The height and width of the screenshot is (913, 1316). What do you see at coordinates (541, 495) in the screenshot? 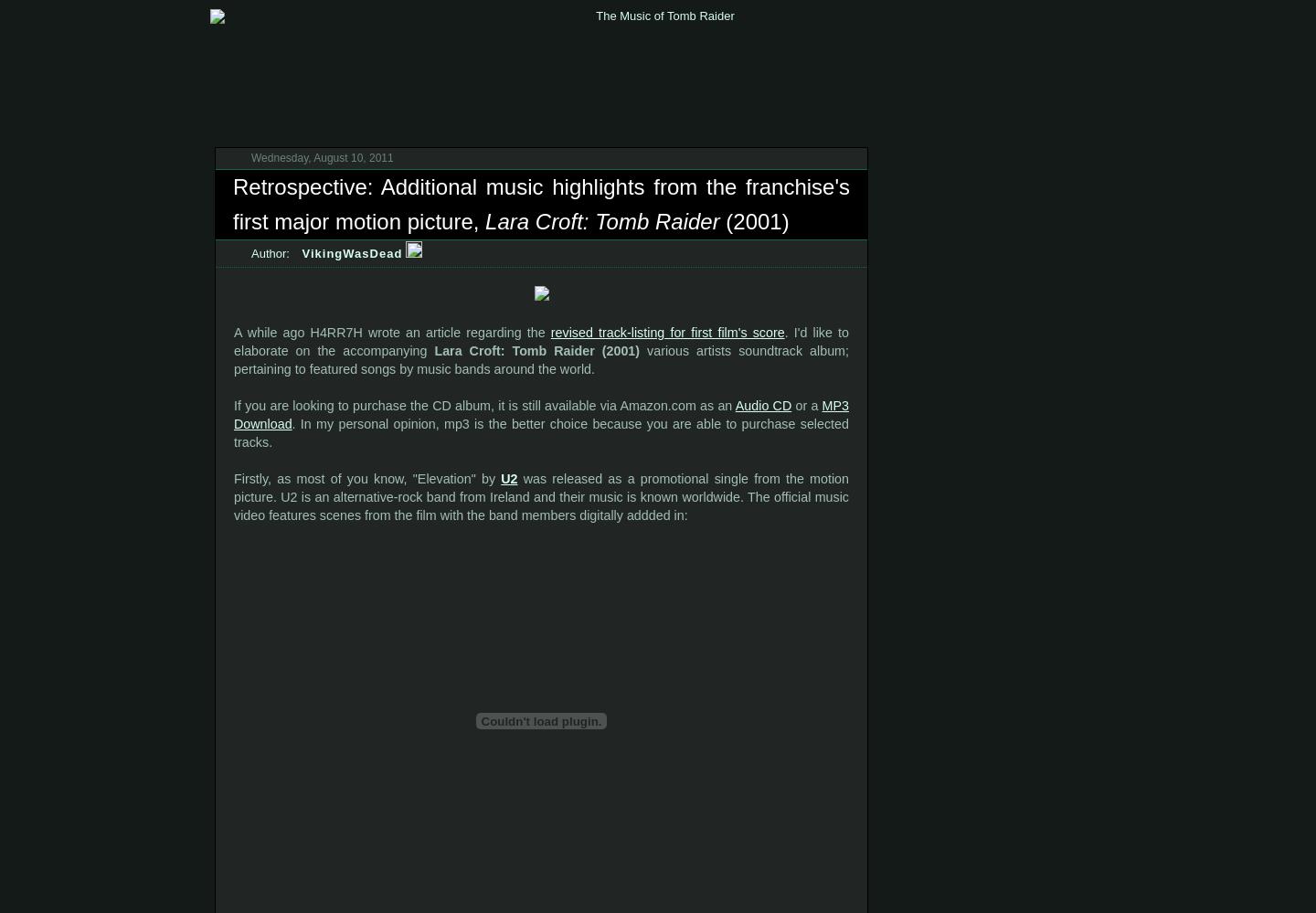
I see `'was released as a promotional single from the motion picture. U2 is an alternative-rock band from Ireland and their music is known worldwide. The official music video features scenes from the film with the band members digitally addded in:'` at bounding box center [541, 495].